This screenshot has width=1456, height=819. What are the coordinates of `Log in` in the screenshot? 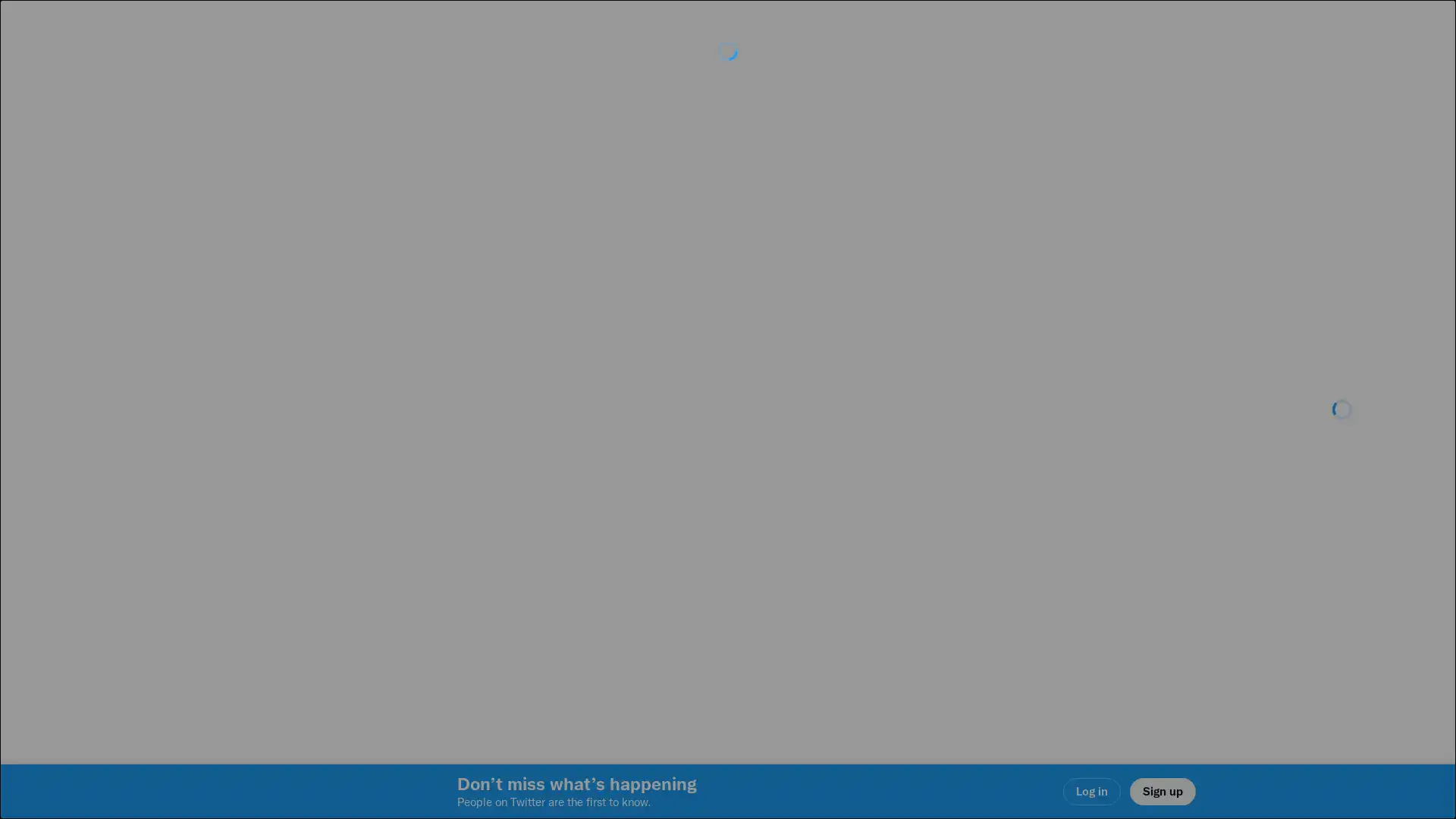 It's located at (910, 516).